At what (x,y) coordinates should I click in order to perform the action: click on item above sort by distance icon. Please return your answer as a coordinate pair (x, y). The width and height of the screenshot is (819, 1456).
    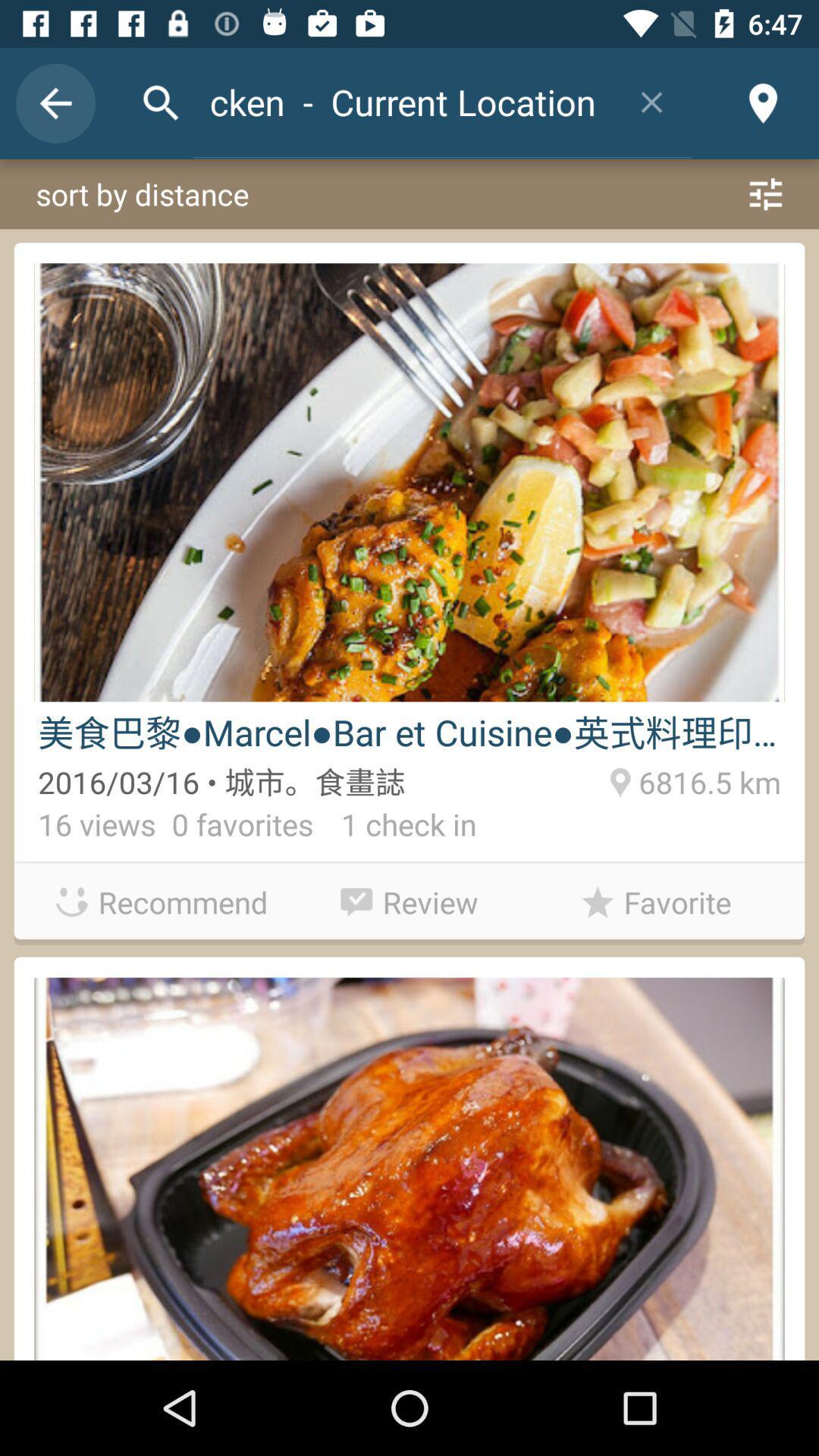
    Looking at the image, I should click on (402, 101).